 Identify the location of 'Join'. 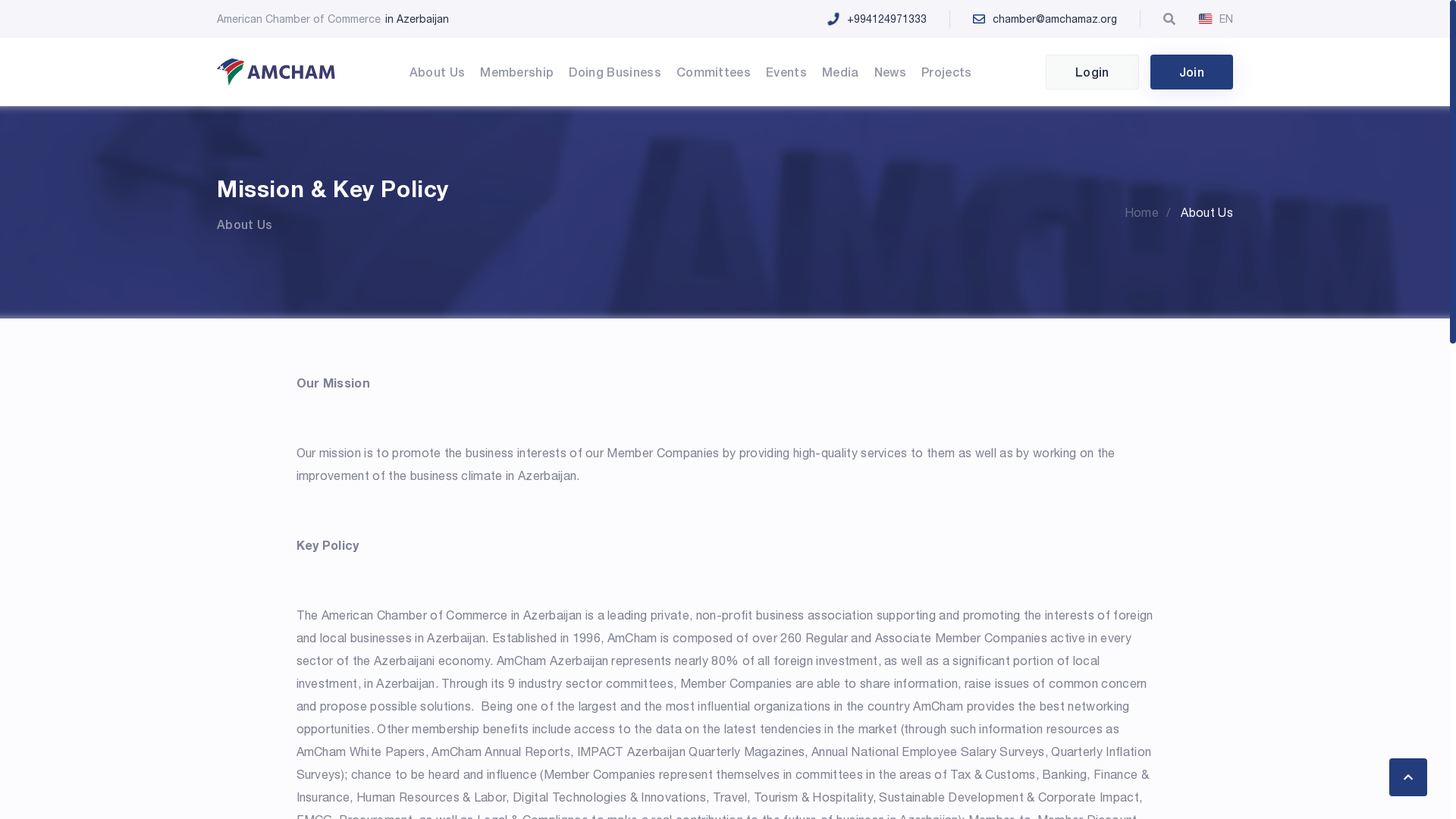
(1191, 72).